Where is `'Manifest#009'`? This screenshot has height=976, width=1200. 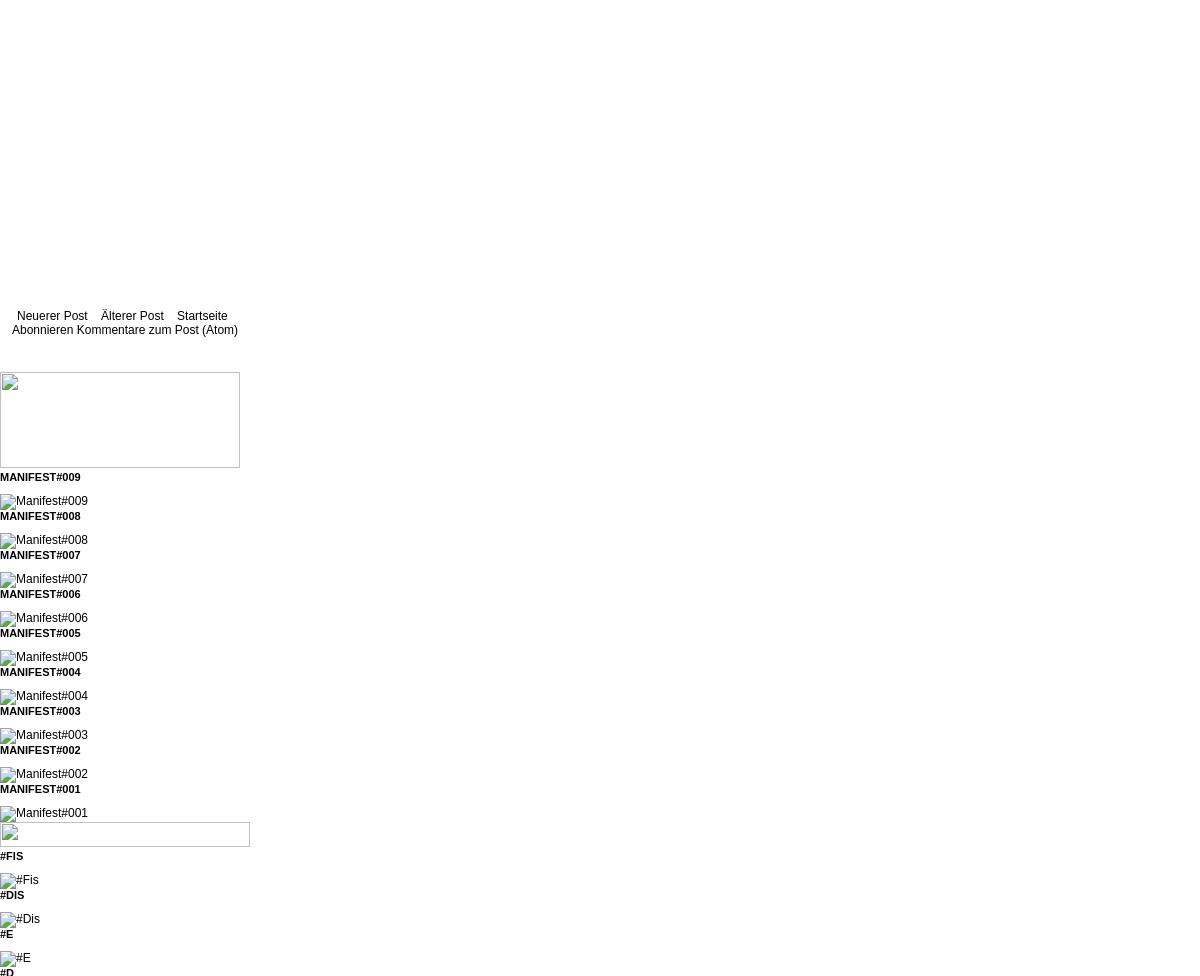
'Manifest#009' is located at coordinates (39, 475).